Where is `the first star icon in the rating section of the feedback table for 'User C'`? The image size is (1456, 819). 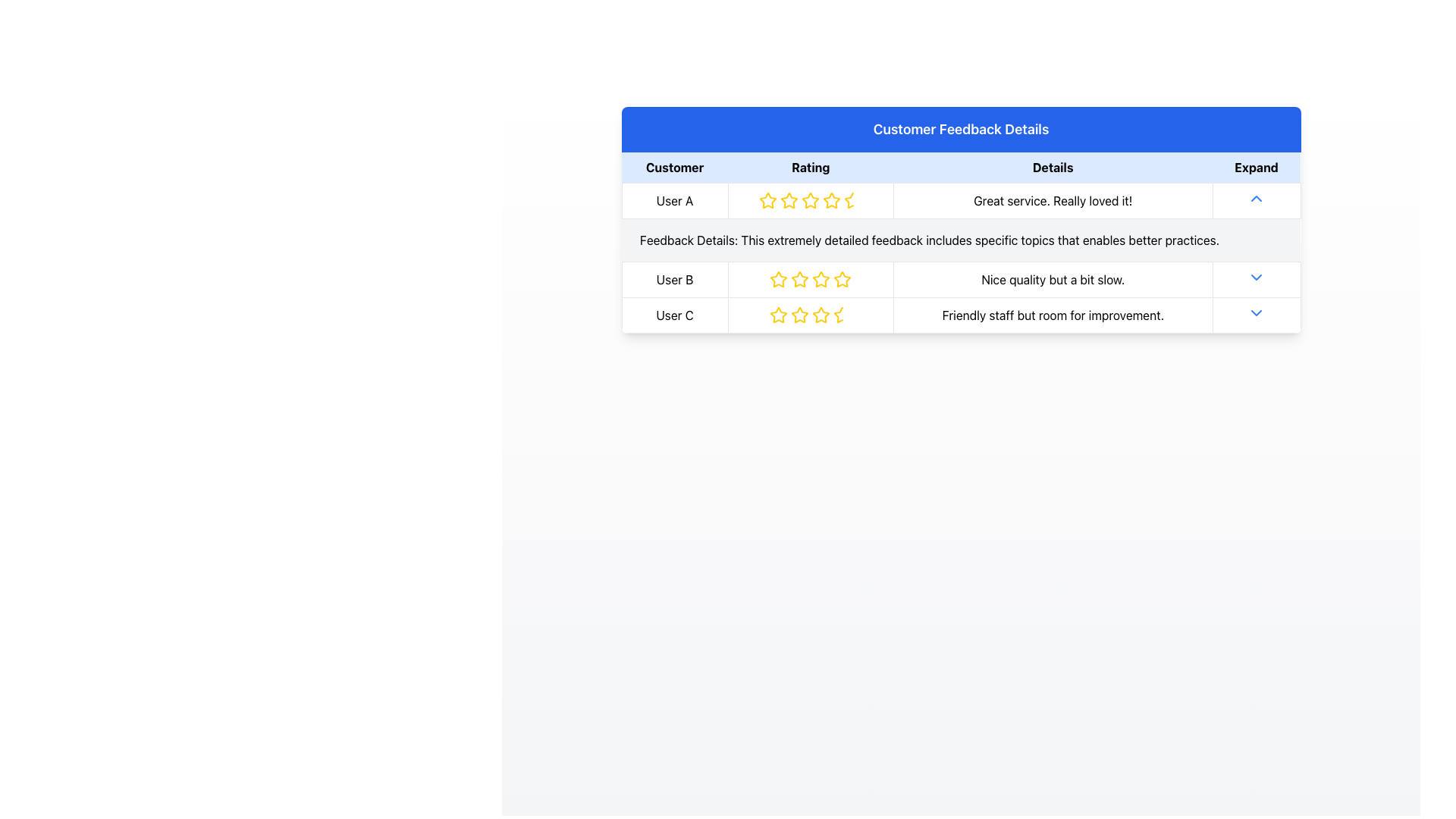 the first star icon in the rating section of the feedback table for 'User C' is located at coordinates (779, 315).